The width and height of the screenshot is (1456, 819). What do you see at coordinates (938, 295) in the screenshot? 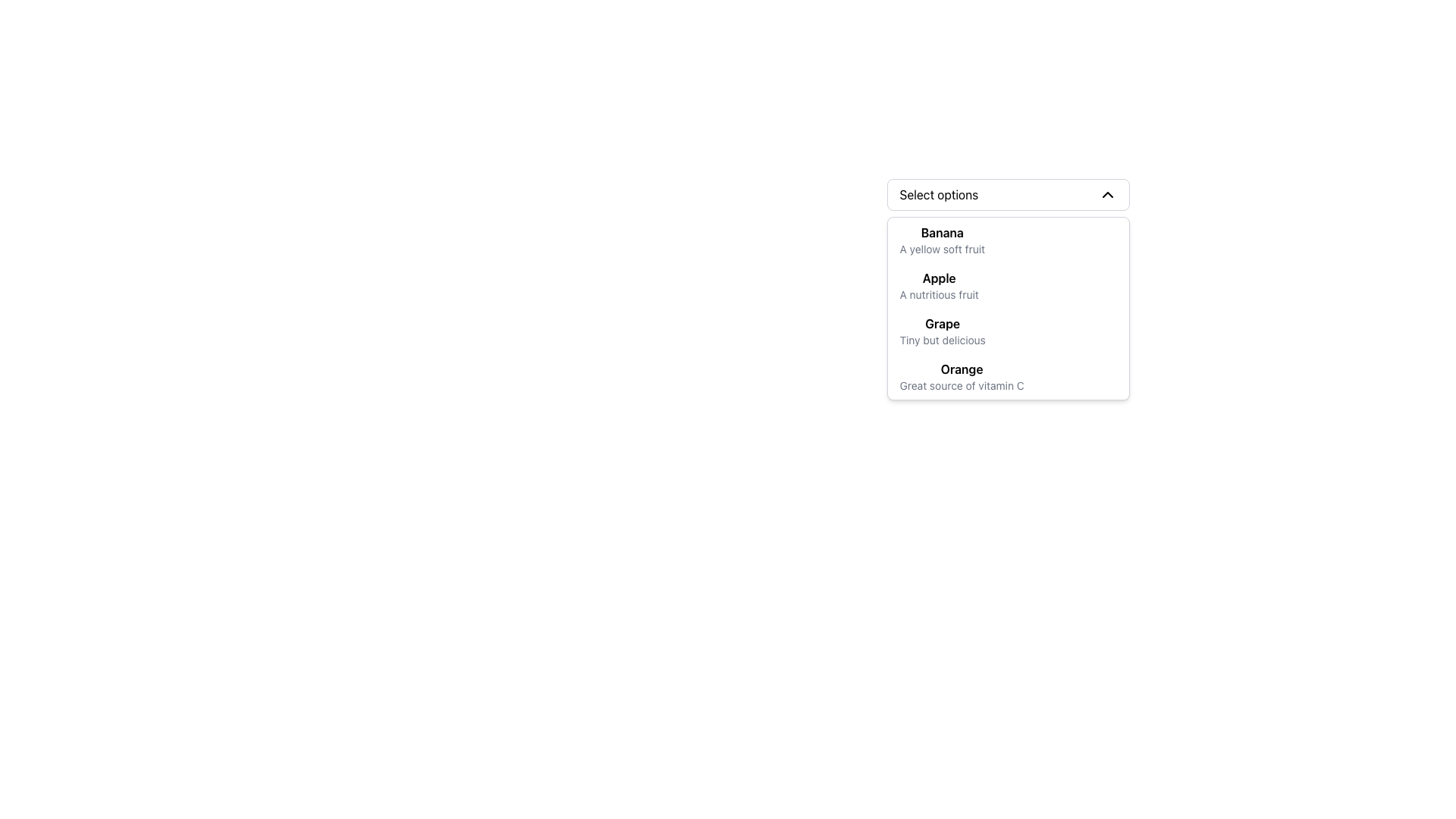
I see `the grey-colored text label 'A nutritious fruit' which is positioned beneath the bold 'Apple' text in the dropdown menu` at bounding box center [938, 295].